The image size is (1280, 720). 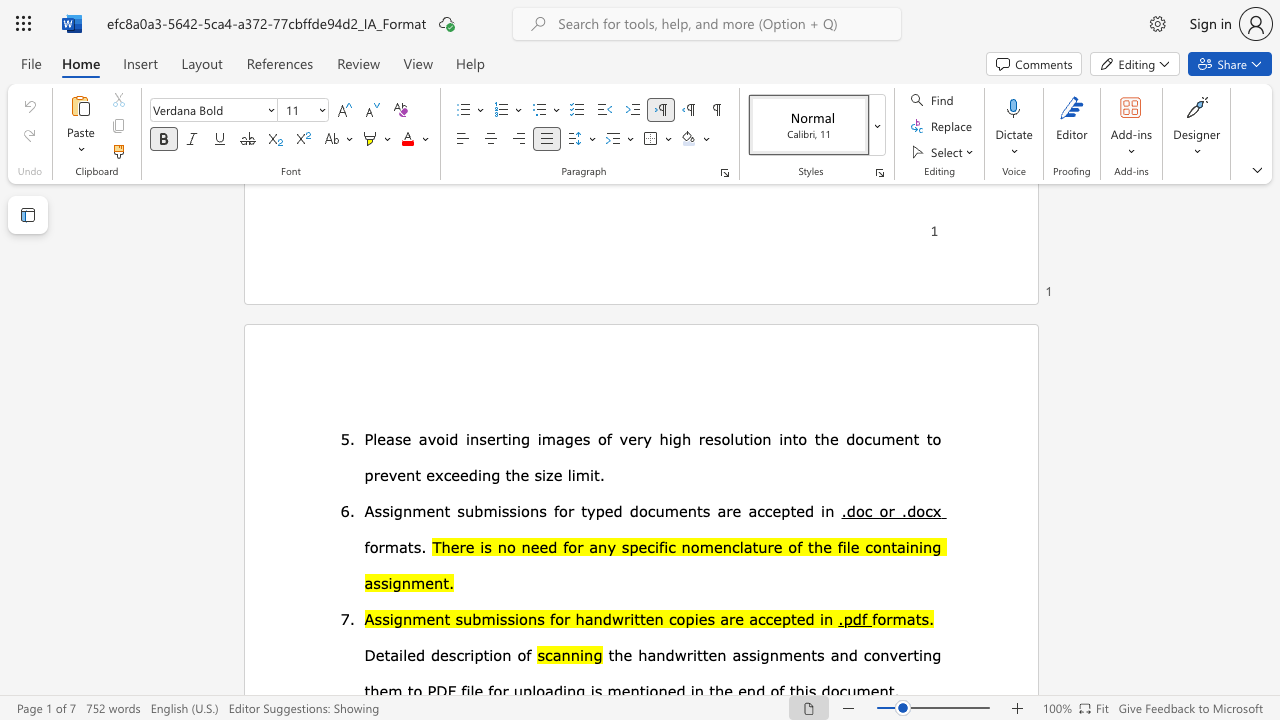 I want to click on the subset text "void insertin" within the text "Please avoid inserting images of", so click(x=426, y=437).